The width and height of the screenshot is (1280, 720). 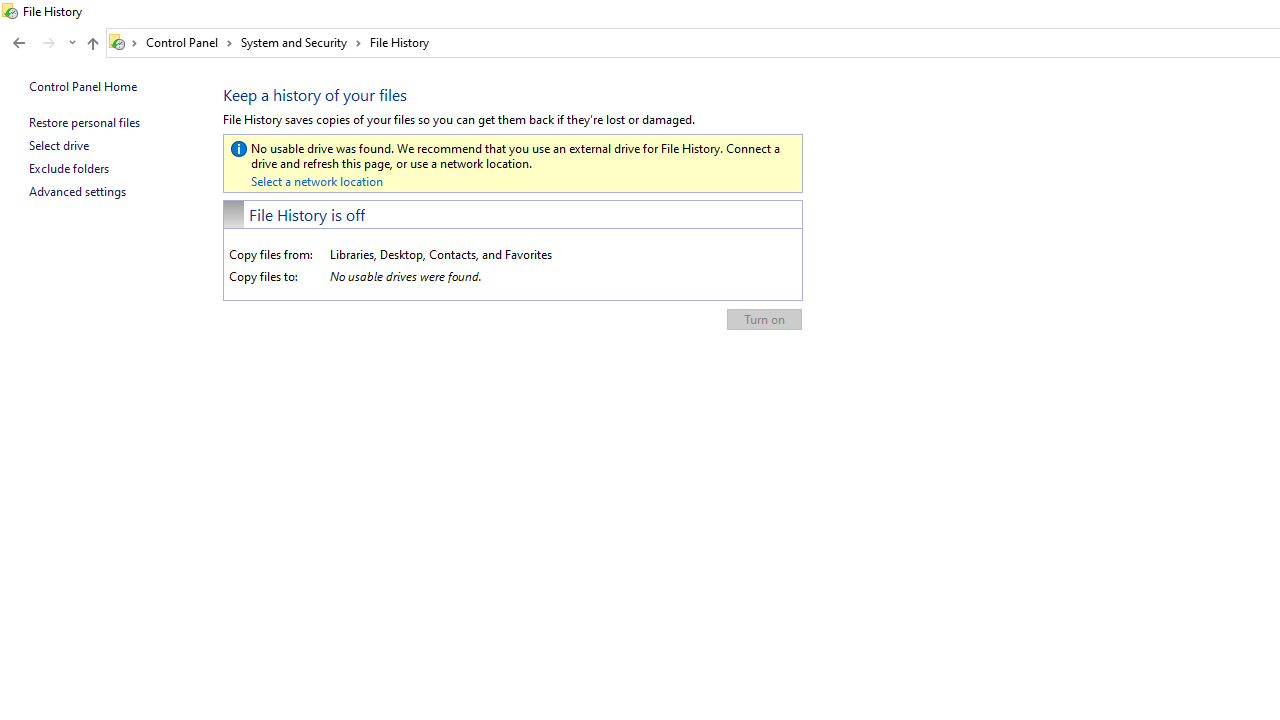 What do you see at coordinates (189, 42) in the screenshot?
I see `'Control Panel'` at bounding box center [189, 42].